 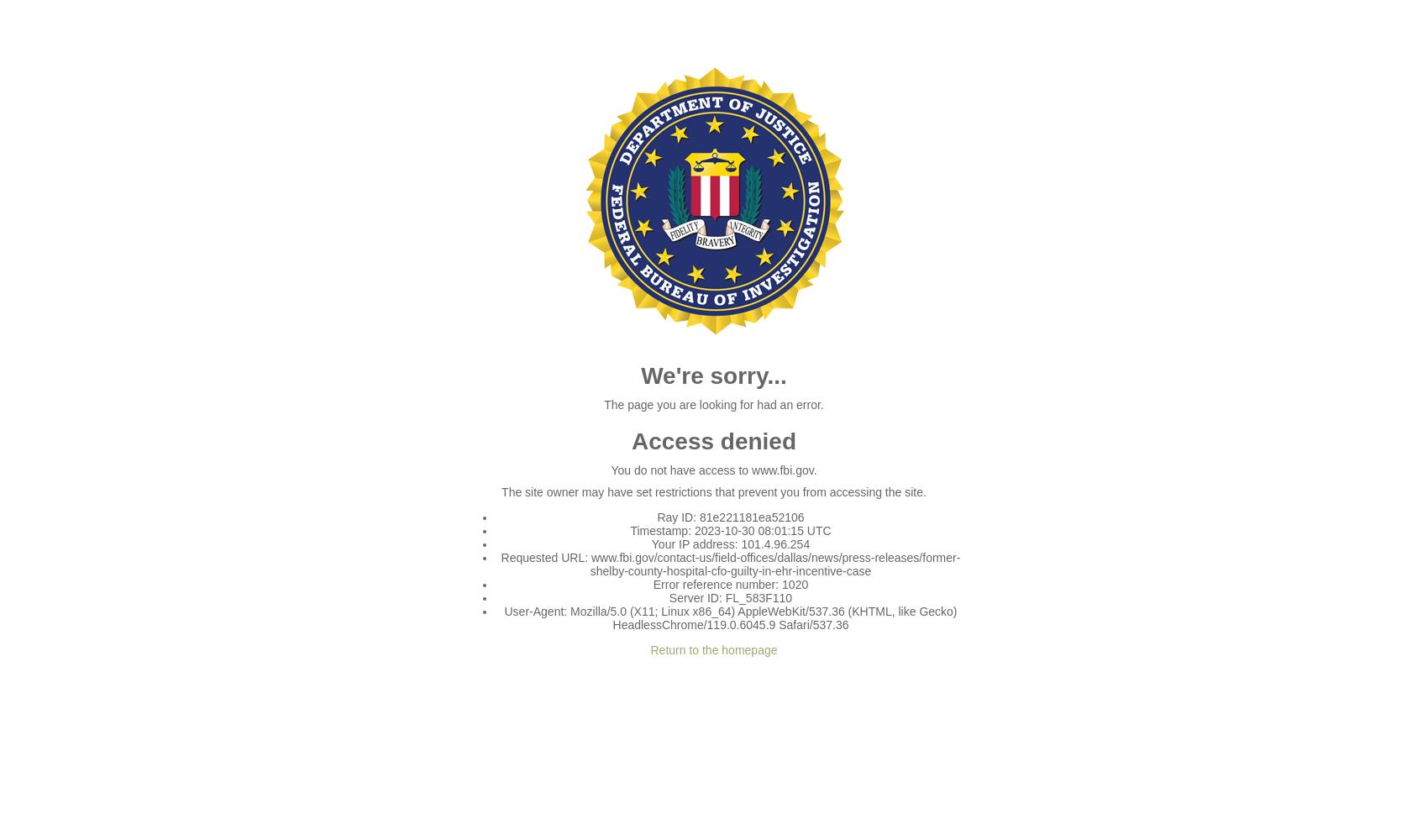 I want to click on 'Access denied', so click(x=712, y=441).